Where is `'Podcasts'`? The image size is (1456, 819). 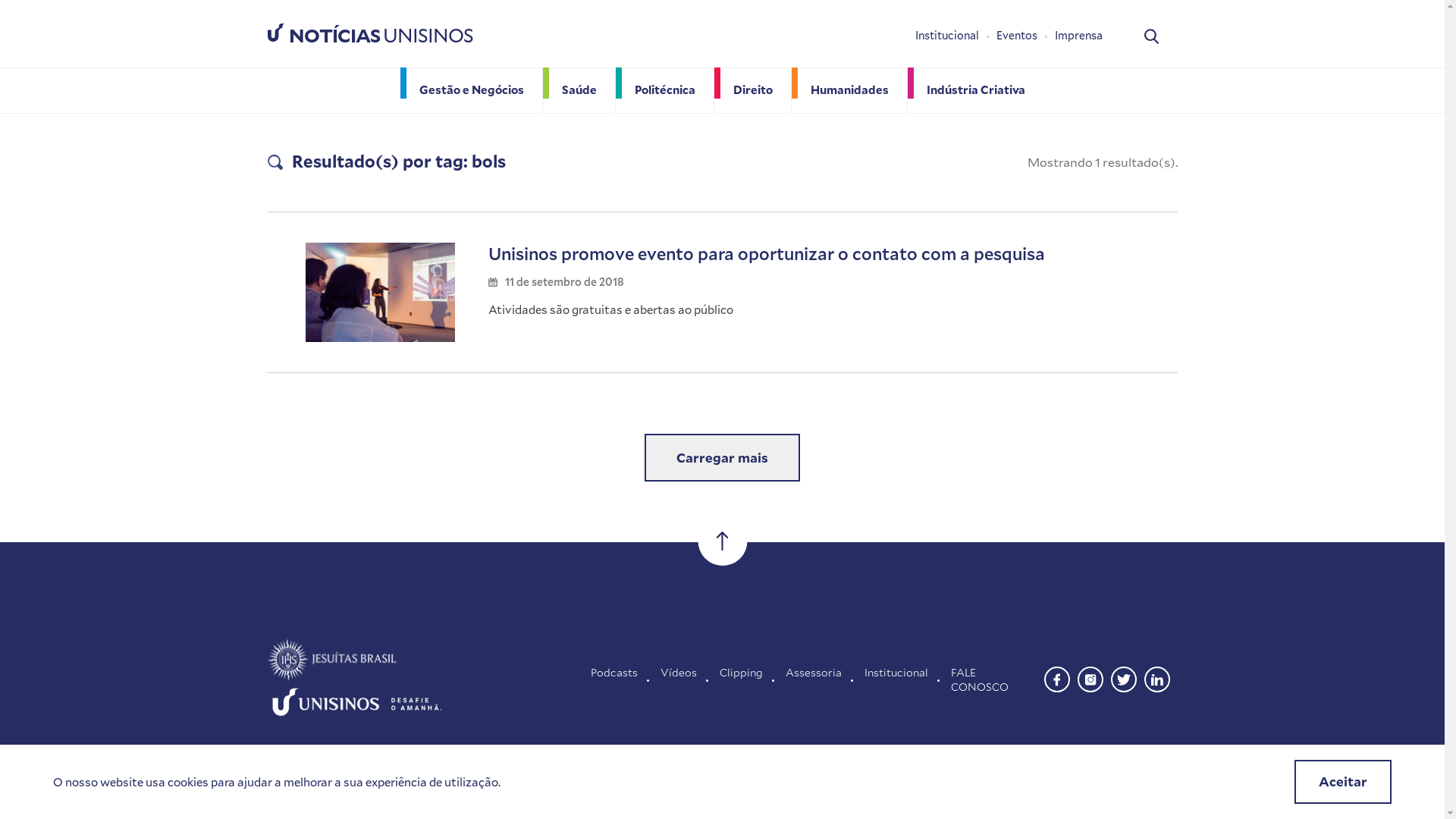 'Podcasts' is located at coordinates (614, 679).